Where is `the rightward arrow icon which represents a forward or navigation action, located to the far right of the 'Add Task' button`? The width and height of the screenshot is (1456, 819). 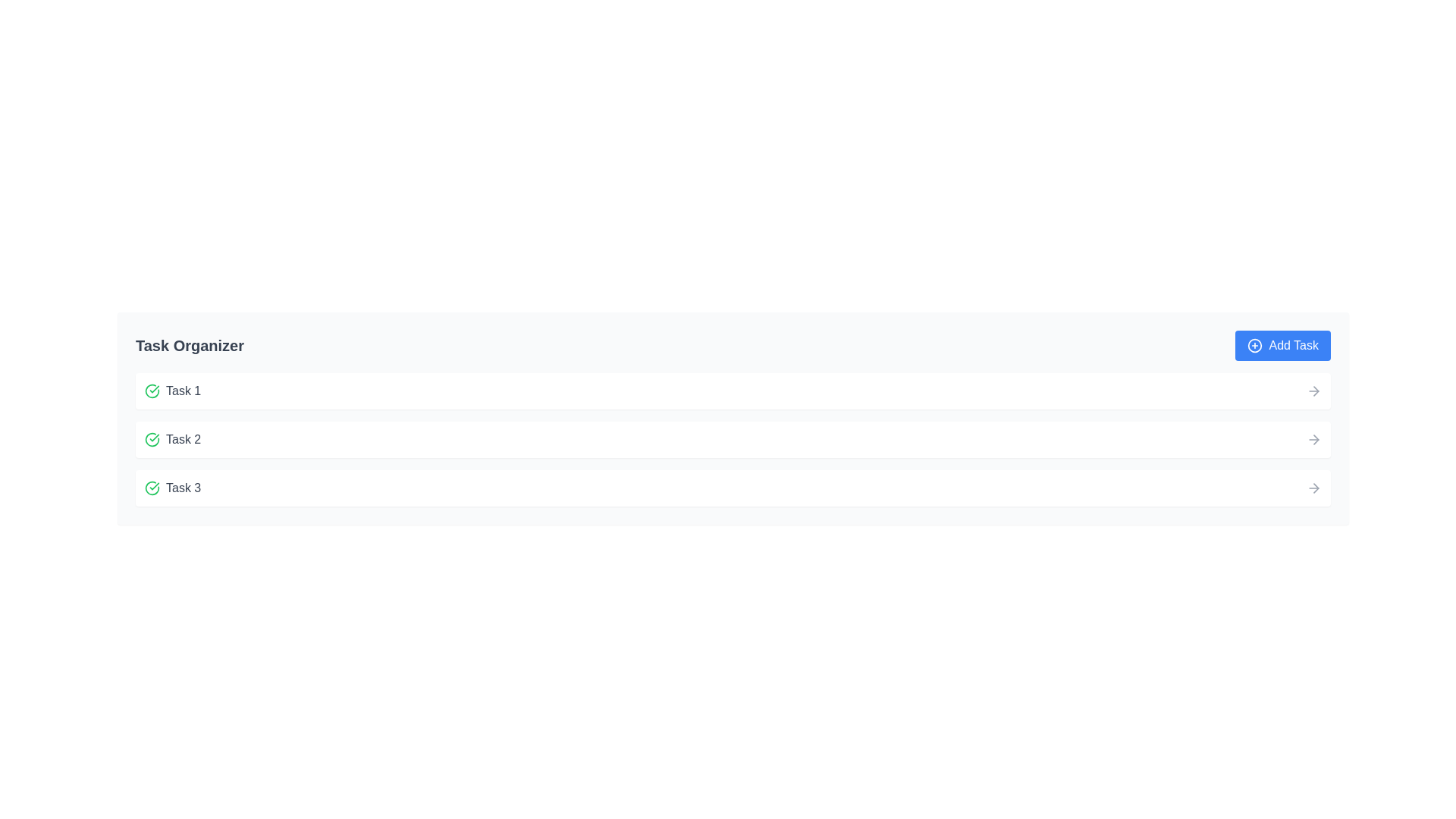 the rightward arrow icon which represents a forward or navigation action, located to the far right of the 'Add Task' button is located at coordinates (1315, 391).